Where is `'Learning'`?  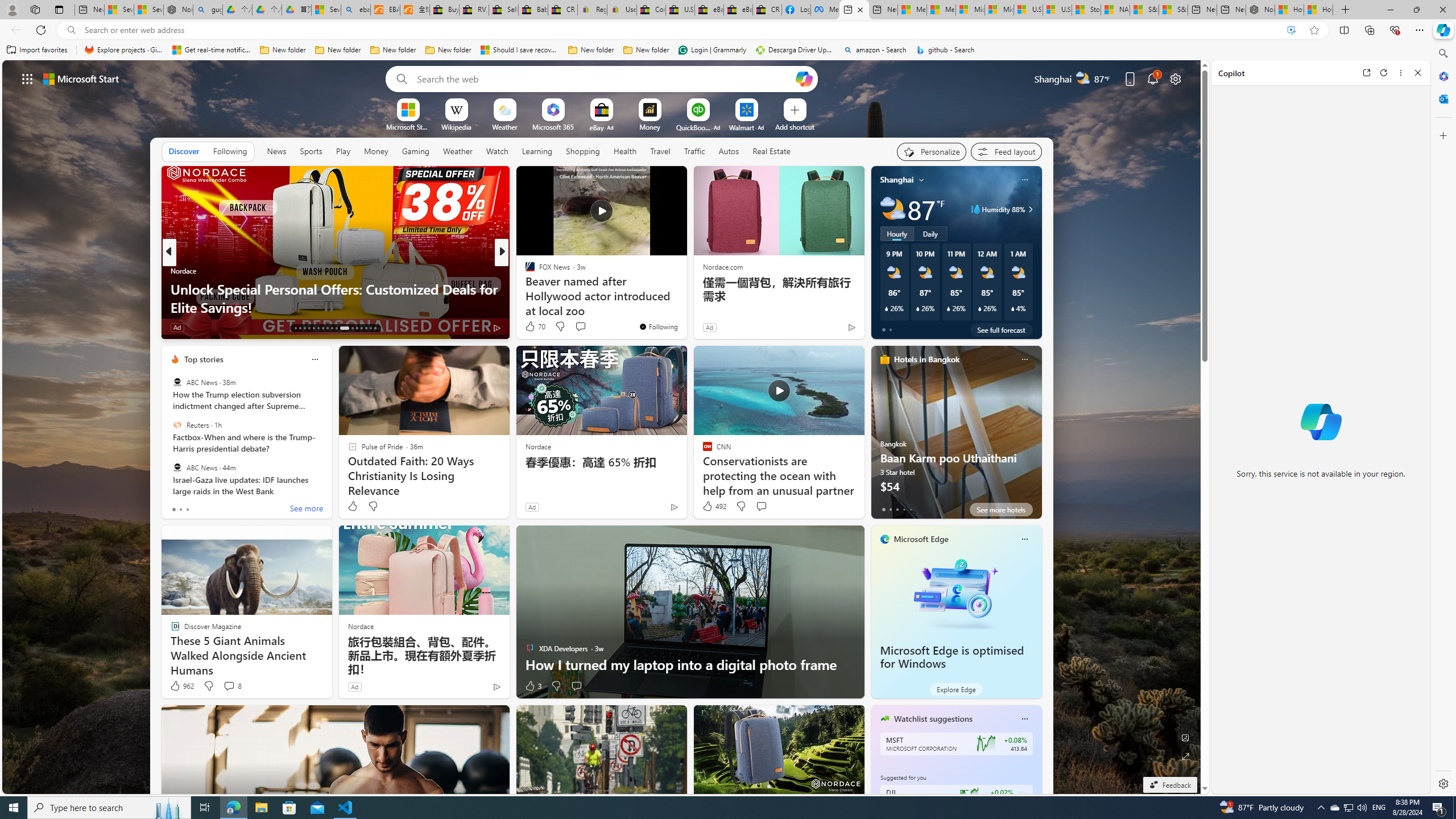
'Learning' is located at coordinates (536, 151).